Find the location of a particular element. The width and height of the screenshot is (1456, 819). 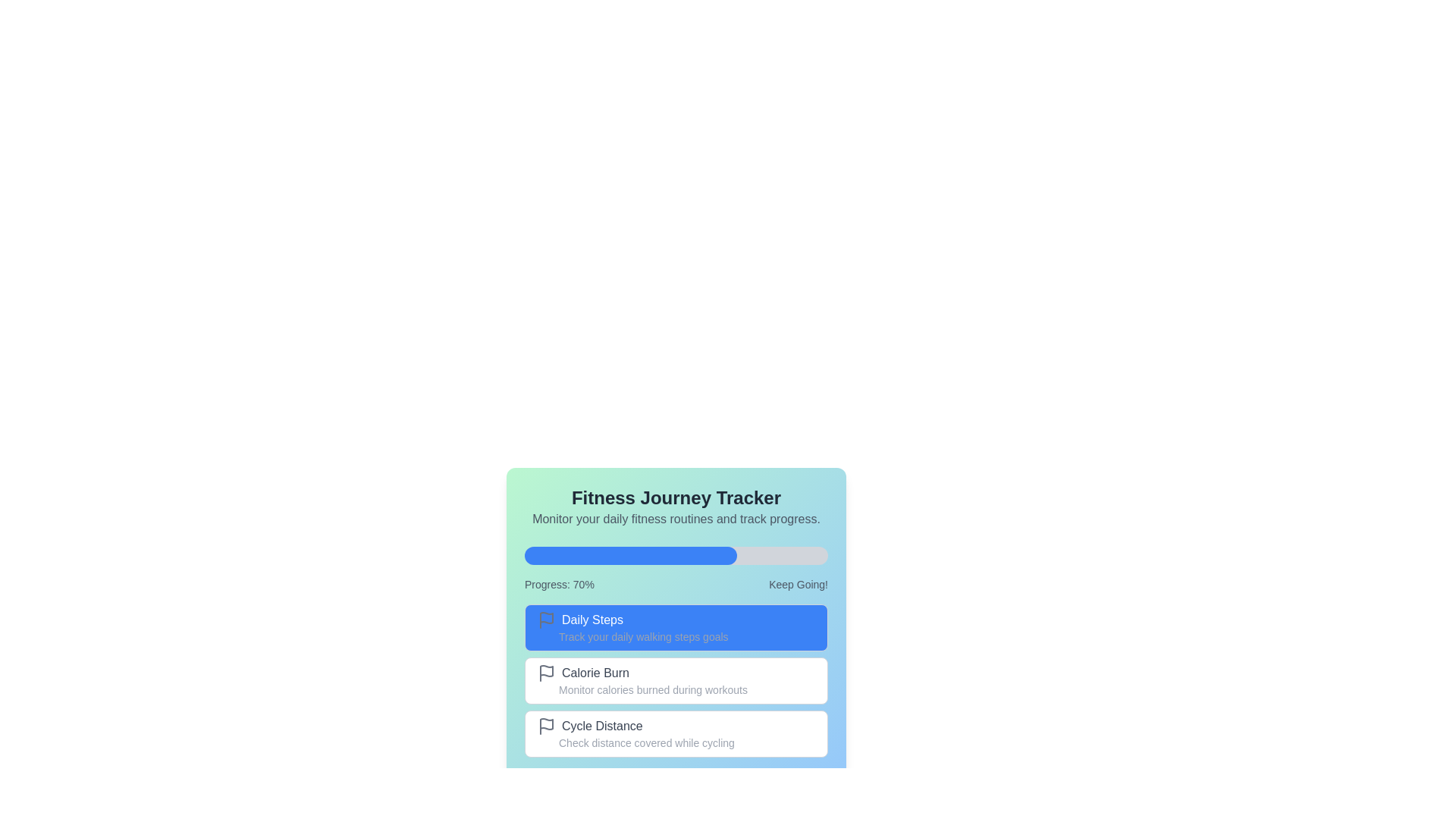

the cycling distance tracking button, which is the third button below 'Daily Steps' and 'Calorie Burn' is located at coordinates (676, 733).